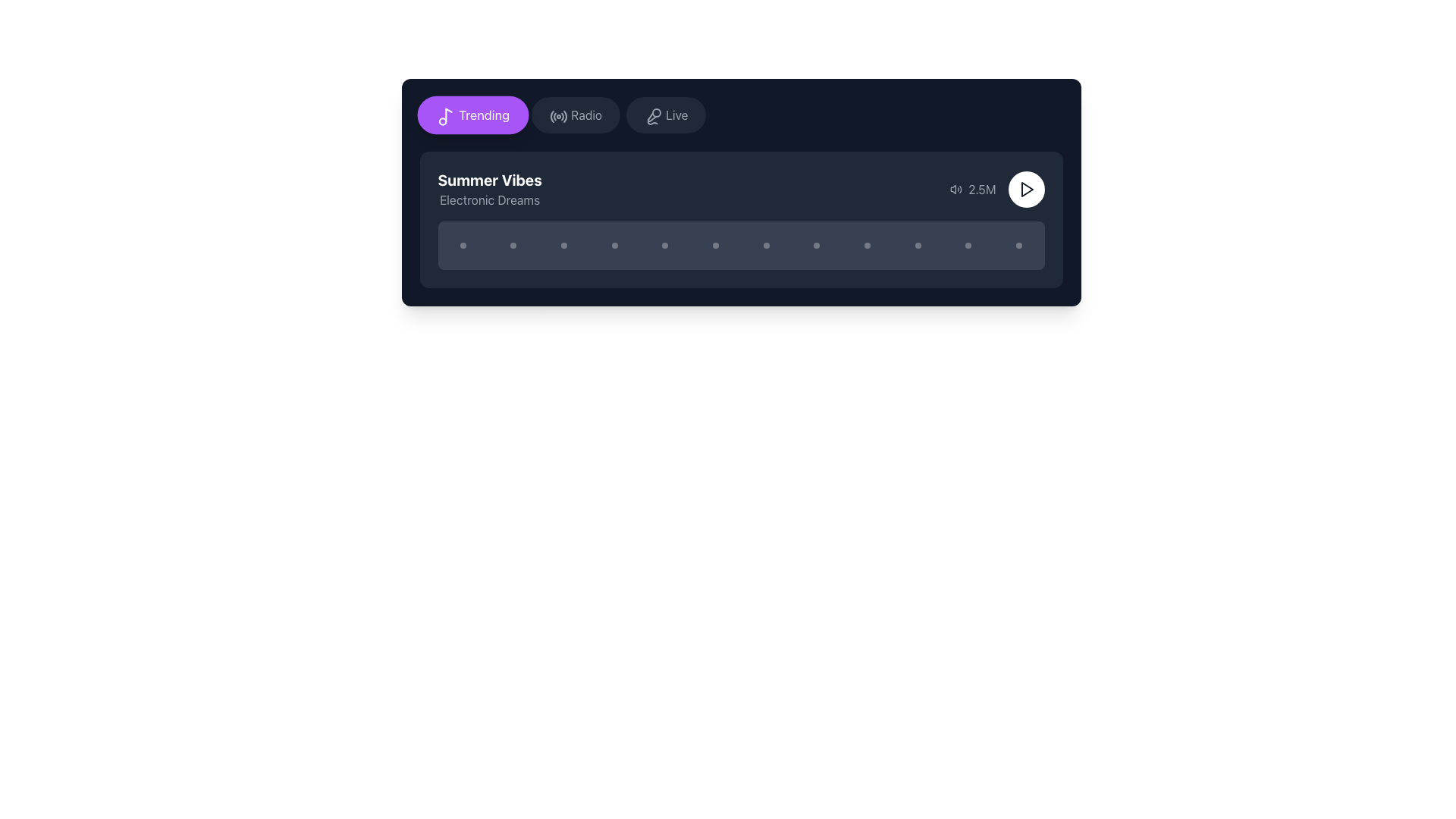  I want to click on the musical note icon located to the left of the 'Trending' button with a purple background, so click(443, 114).